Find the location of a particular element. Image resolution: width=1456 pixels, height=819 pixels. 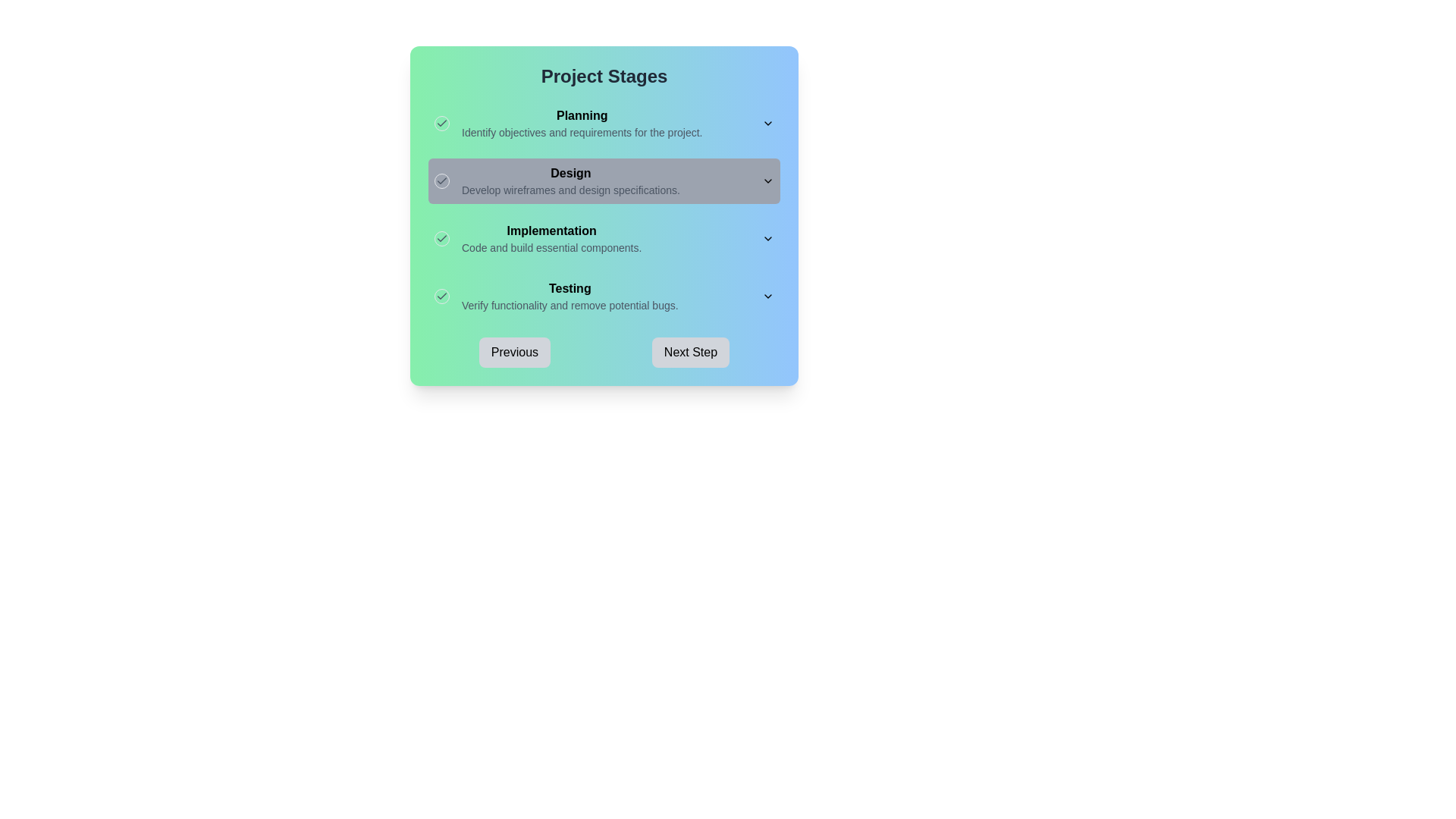

the radio button styled as a visual indicator for the 'Design' section within the 'Project Stages' module, which is located adjacent to the text 'Design' is located at coordinates (441, 180).